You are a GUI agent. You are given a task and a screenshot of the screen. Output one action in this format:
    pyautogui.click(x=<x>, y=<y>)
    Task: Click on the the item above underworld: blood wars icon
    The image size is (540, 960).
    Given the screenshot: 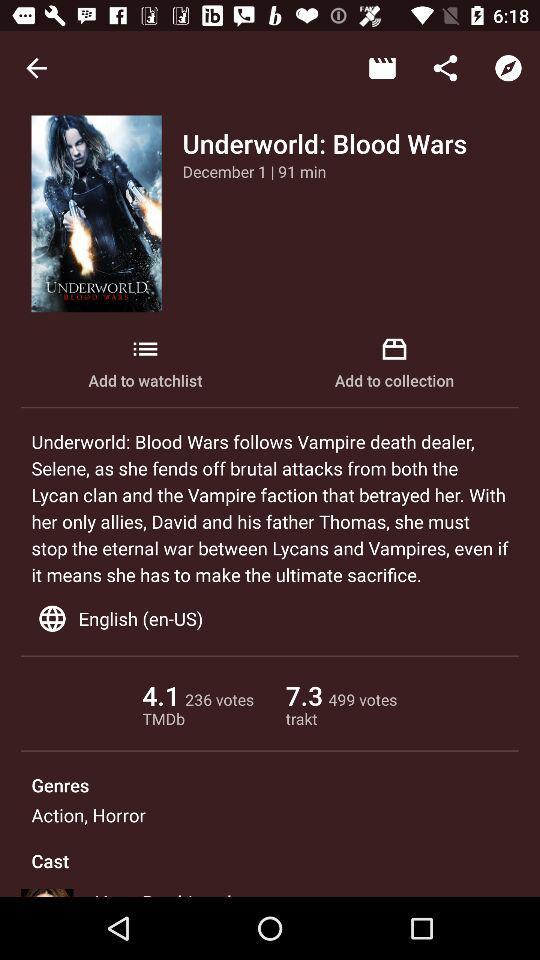 What is the action you would take?
    pyautogui.click(x=382, y=68)
    